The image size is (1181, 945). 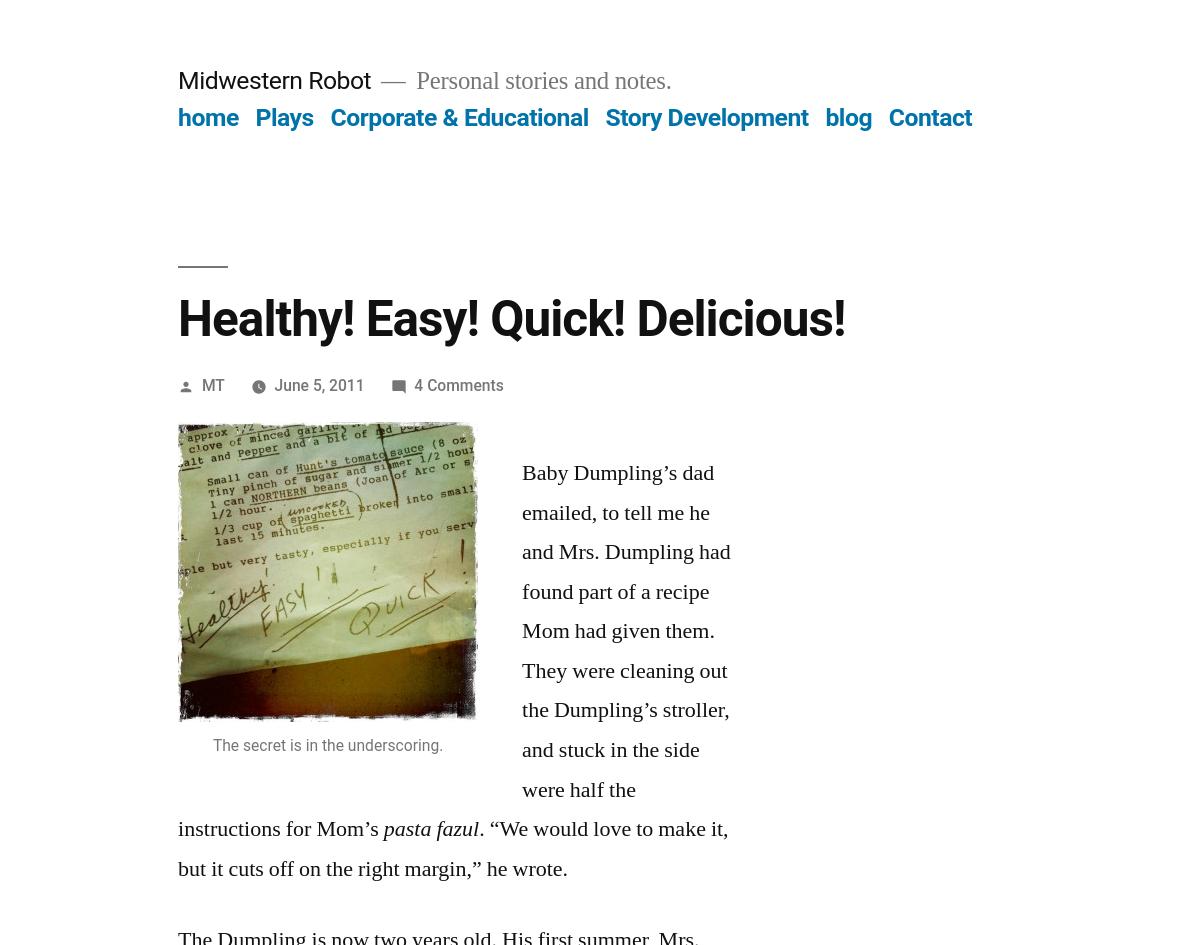 What do you see at coordinates (328, 116) in the screenshot?
I see `'Corporate & Educational'` at bounding box center [328, 116].